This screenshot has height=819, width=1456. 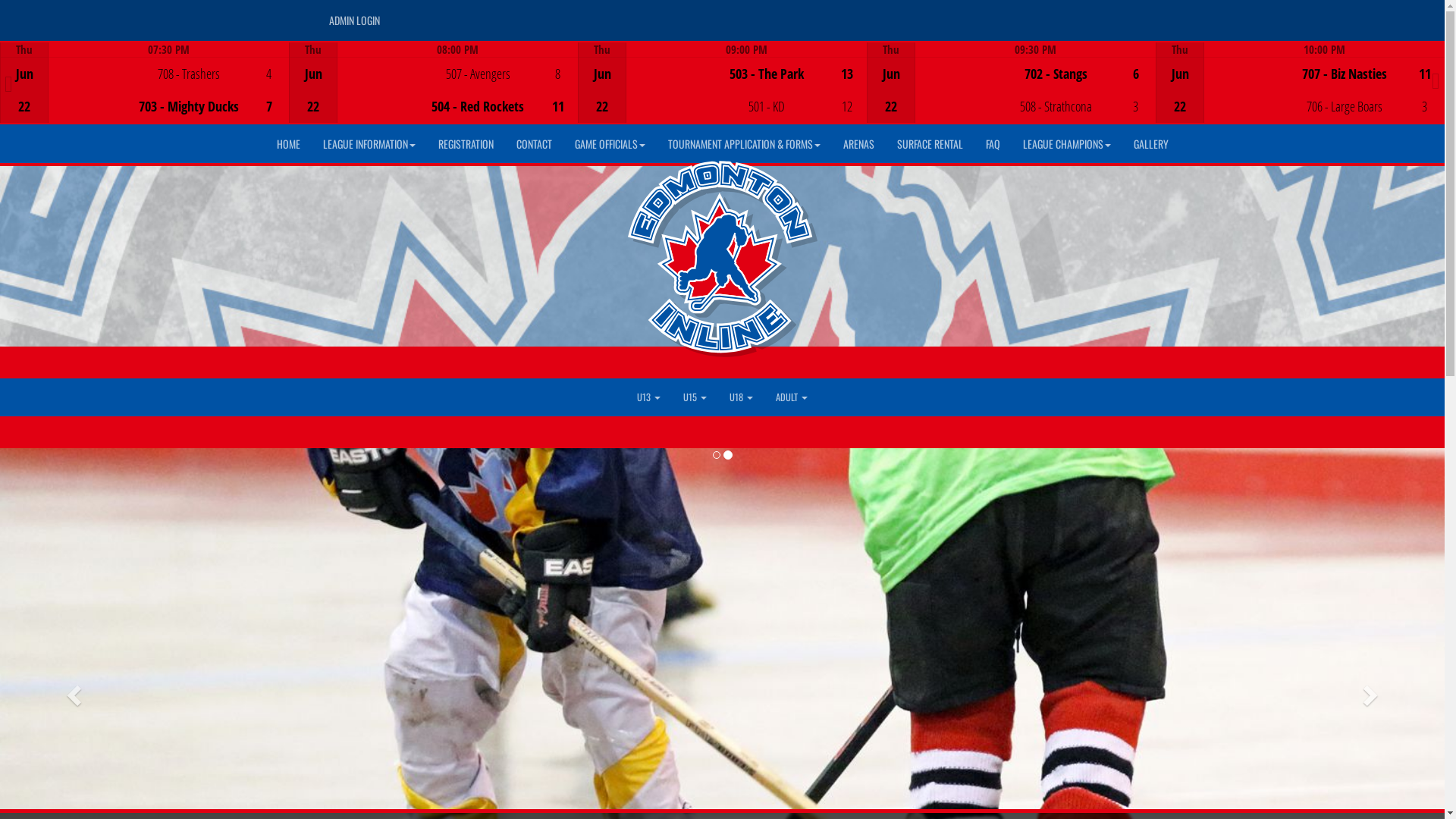 I want to click on 'CONTACT', so click(x=534, y=143).